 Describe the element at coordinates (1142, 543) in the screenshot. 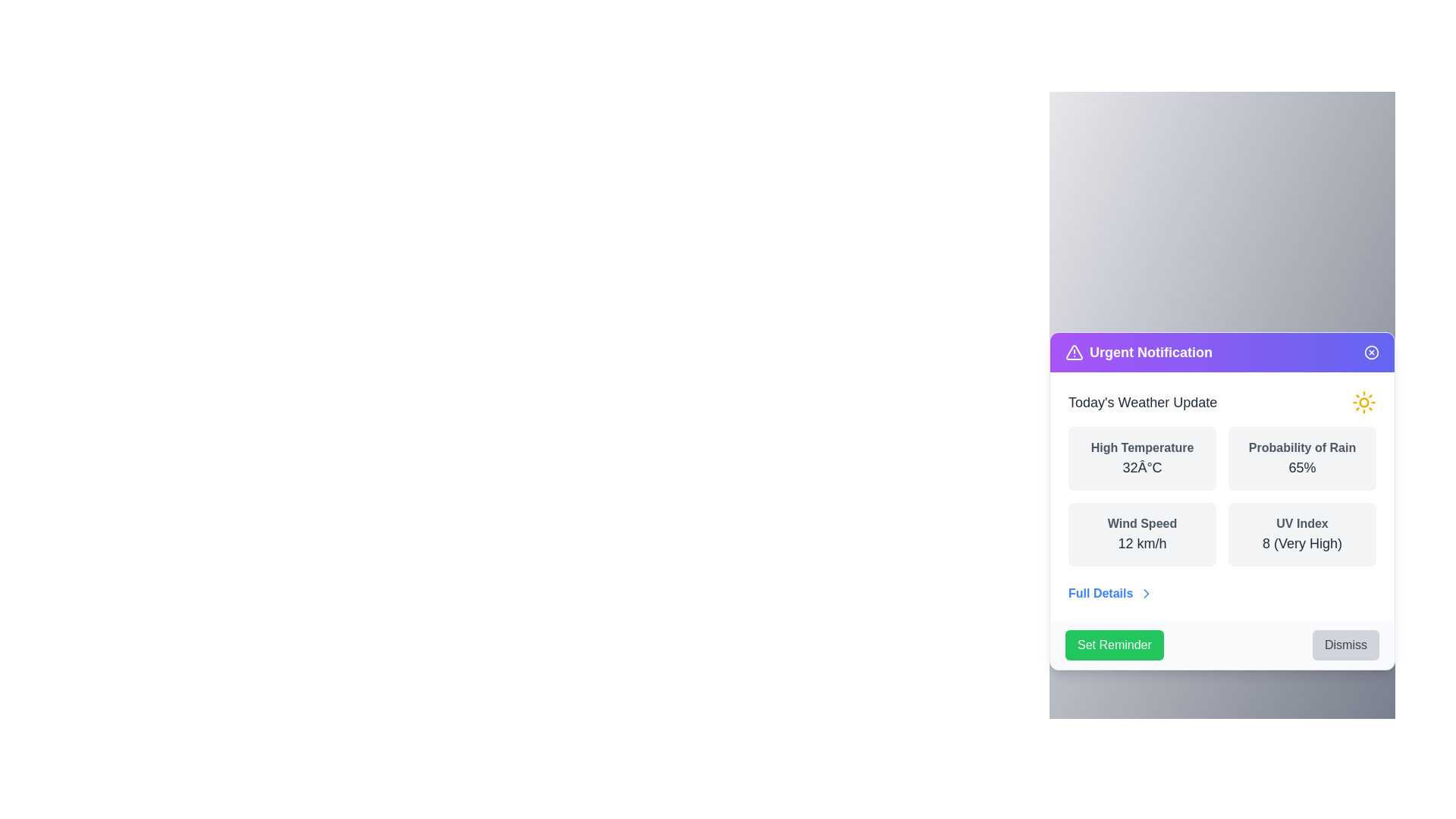

I see `displayed wind speed information located at the bottom of the 'Wind Speed' section in the weather update interface` at that location.